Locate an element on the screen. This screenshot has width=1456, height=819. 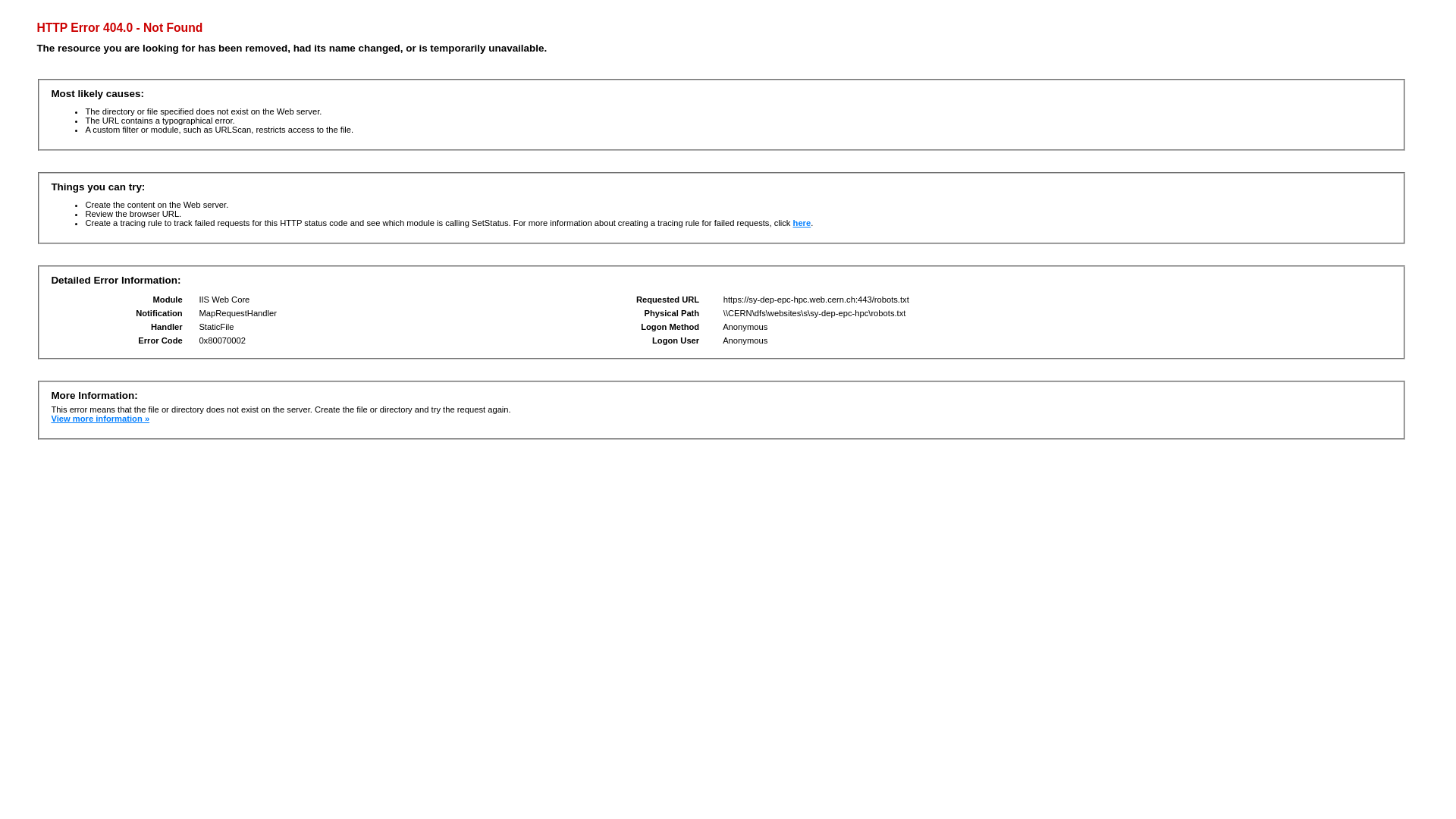
'here' is located at coordinates (801, 222).